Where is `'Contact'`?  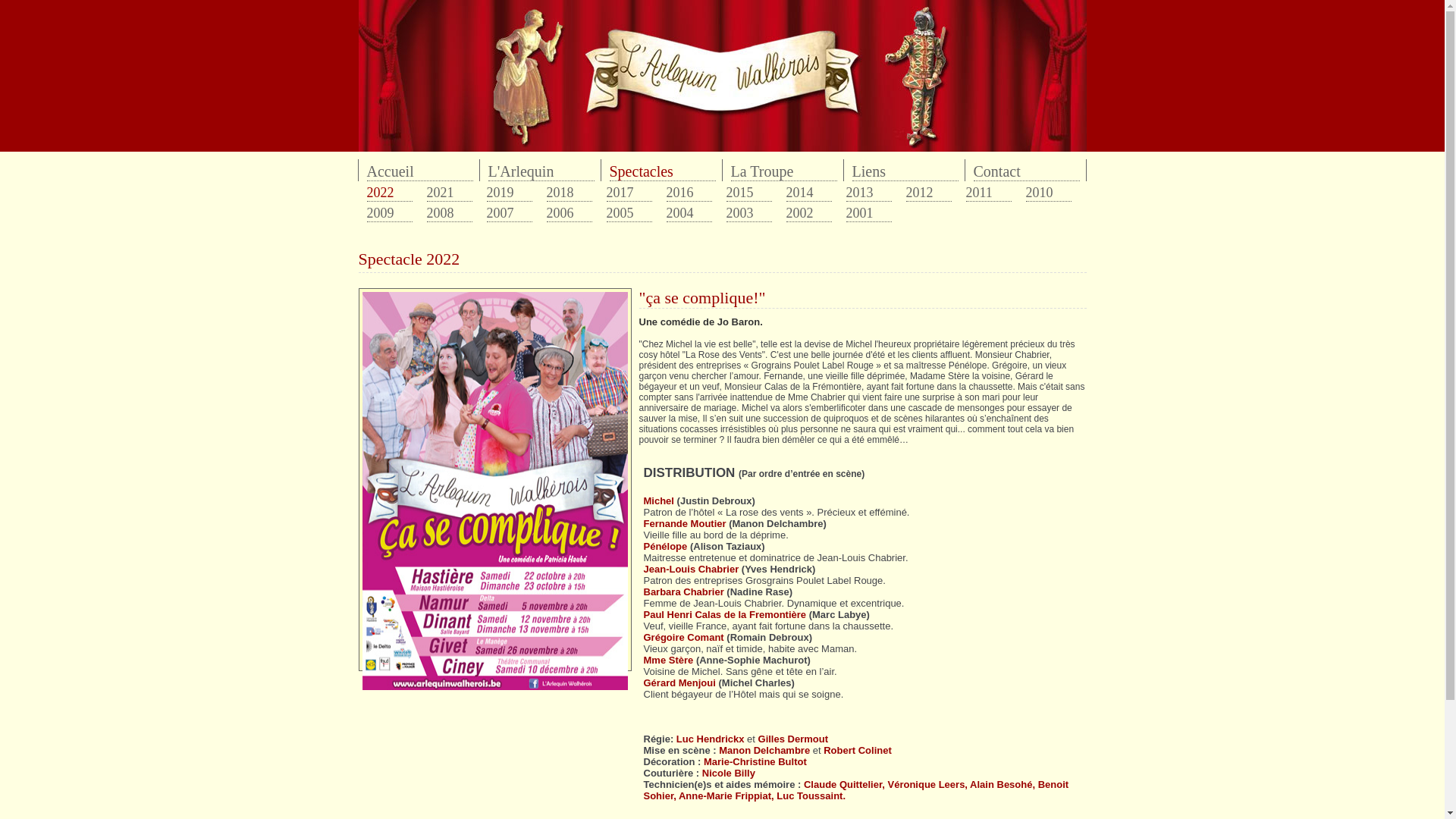
'Contact' is located at coordinates (973, 171).